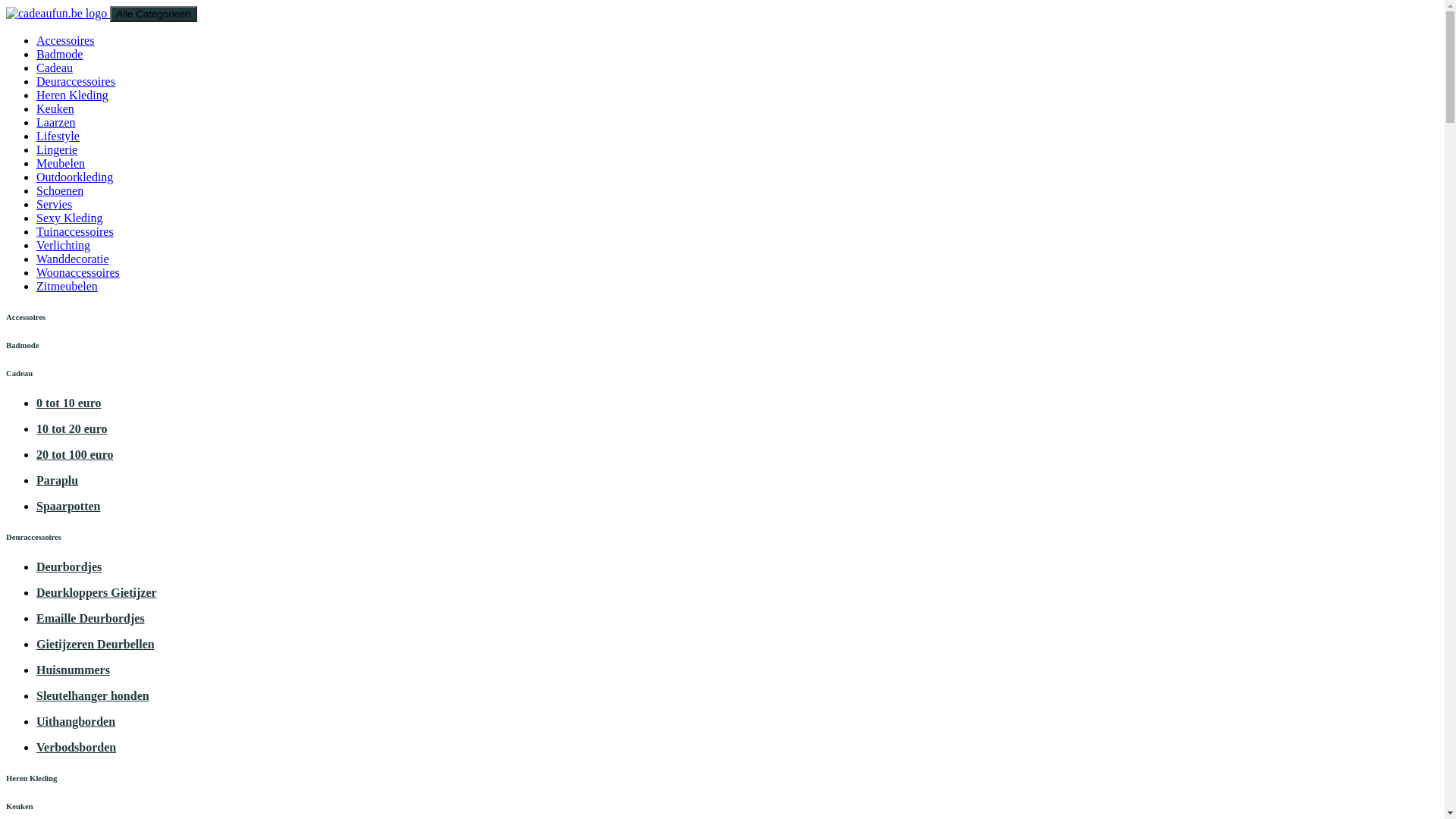 This screenshot has width=1456, height=819. Describe the element at coordinates (62, 244) in the screenshot. I see `'Verlichting'` at that location.